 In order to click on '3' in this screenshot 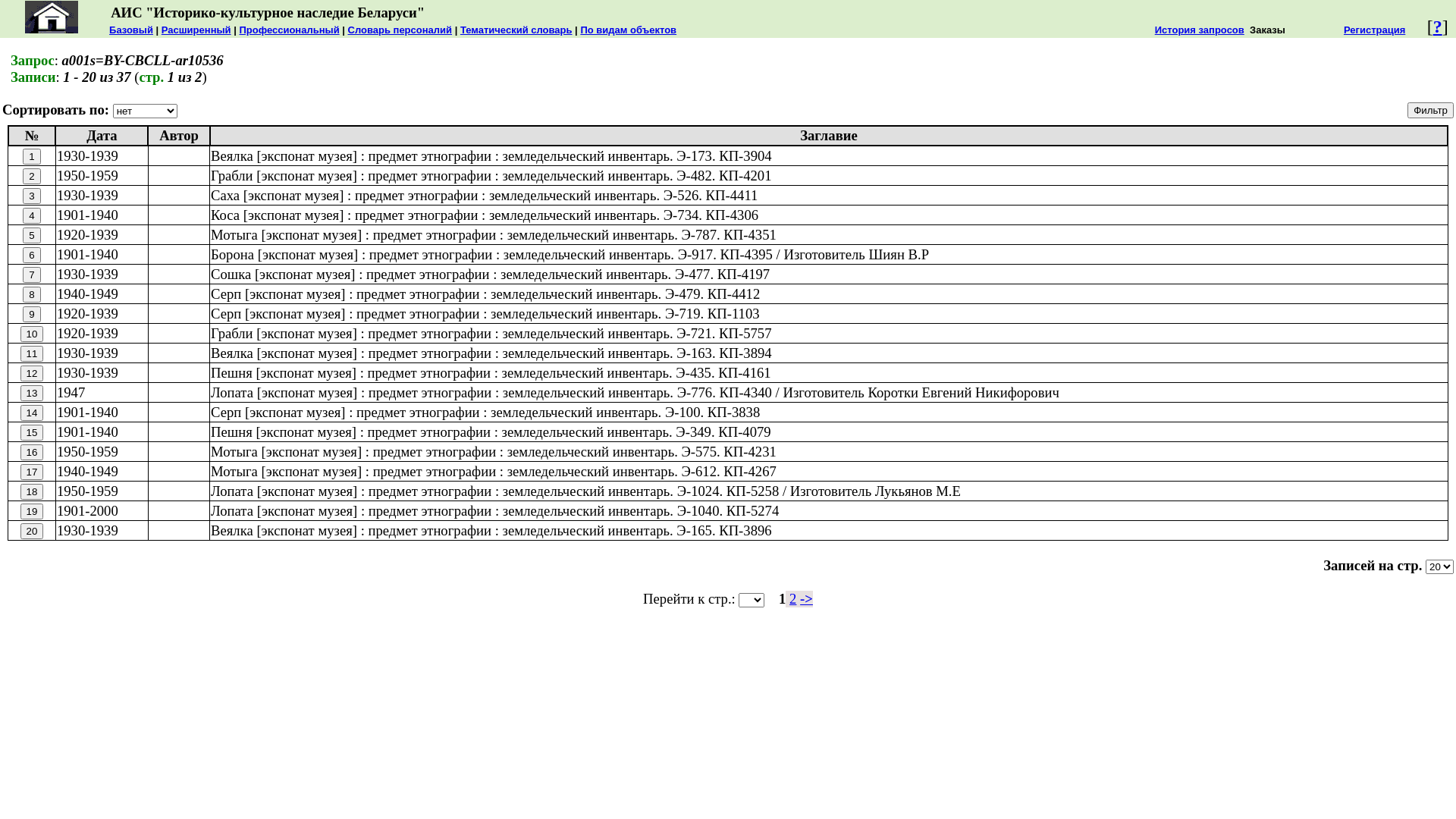, I will do `click(31, 195)`.